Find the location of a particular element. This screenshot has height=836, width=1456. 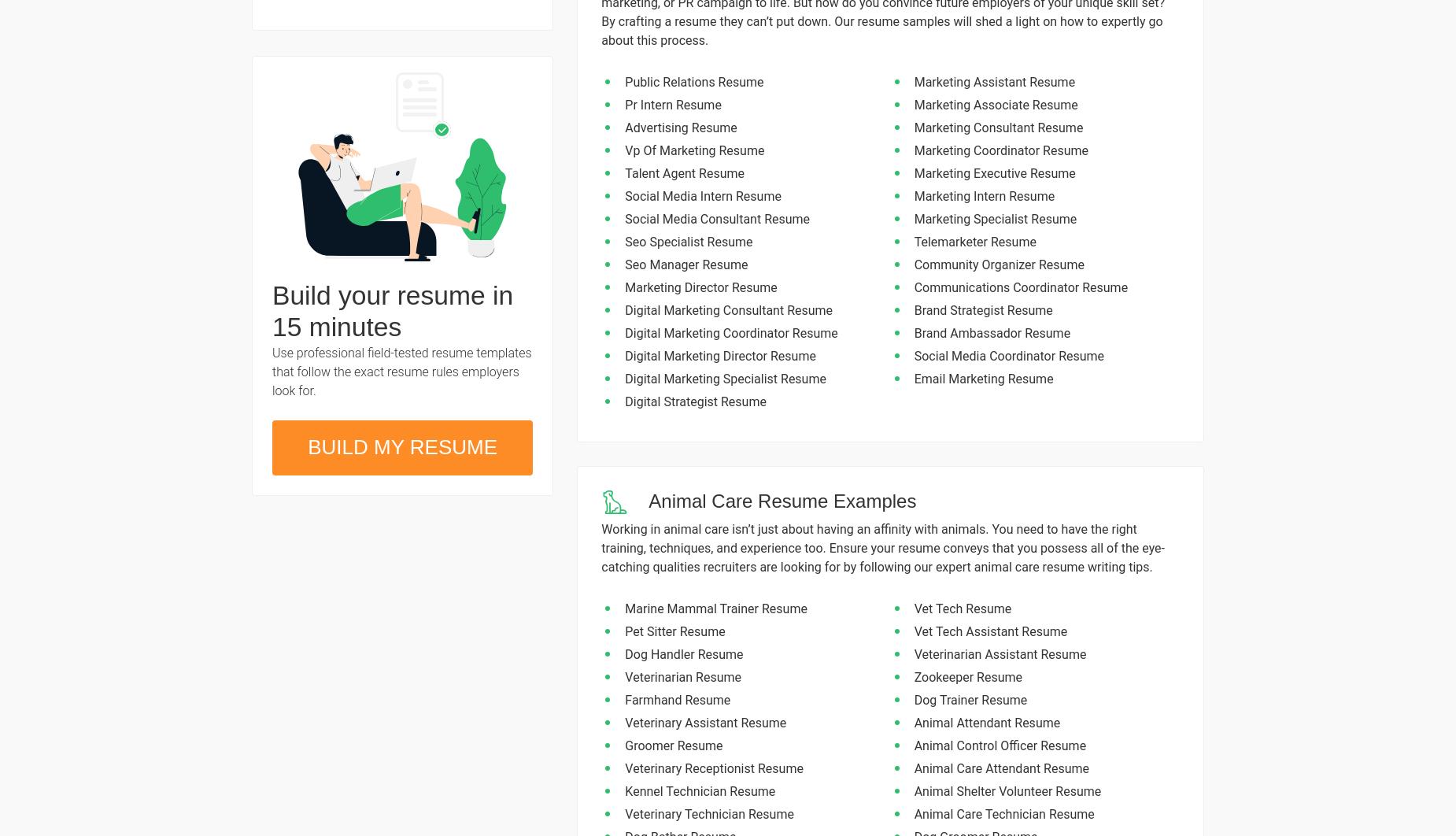

'Digital Marketing Coordinator Resume' is located at coordinates (730, 332).